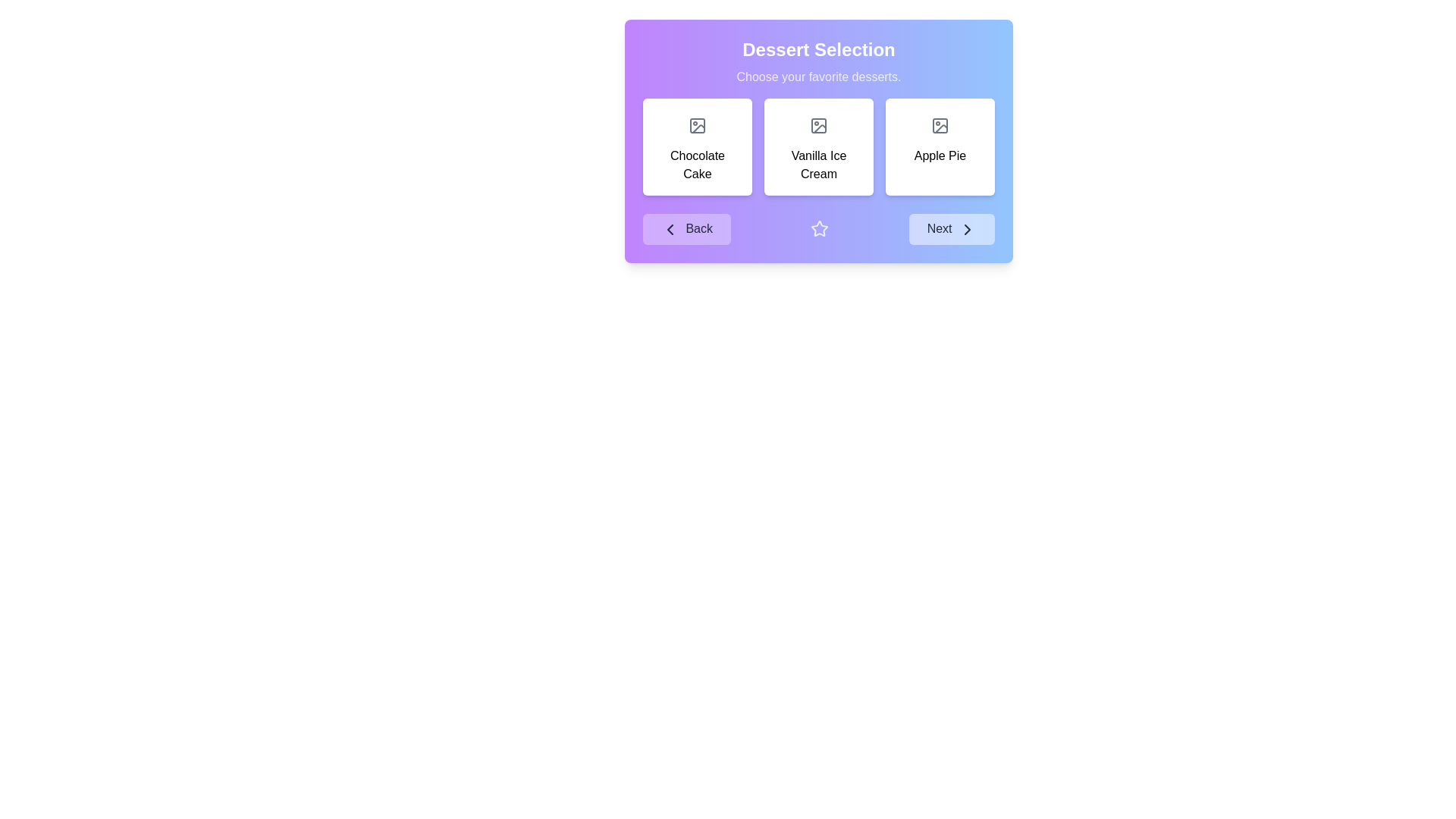 Image resolution: width=1456 pixels, height=819 pixels. I want to click on the representative icon for 'Chocolate Cake' located at the top-center of the card within the 'Dessert Selection' panel, so click(697, 124).